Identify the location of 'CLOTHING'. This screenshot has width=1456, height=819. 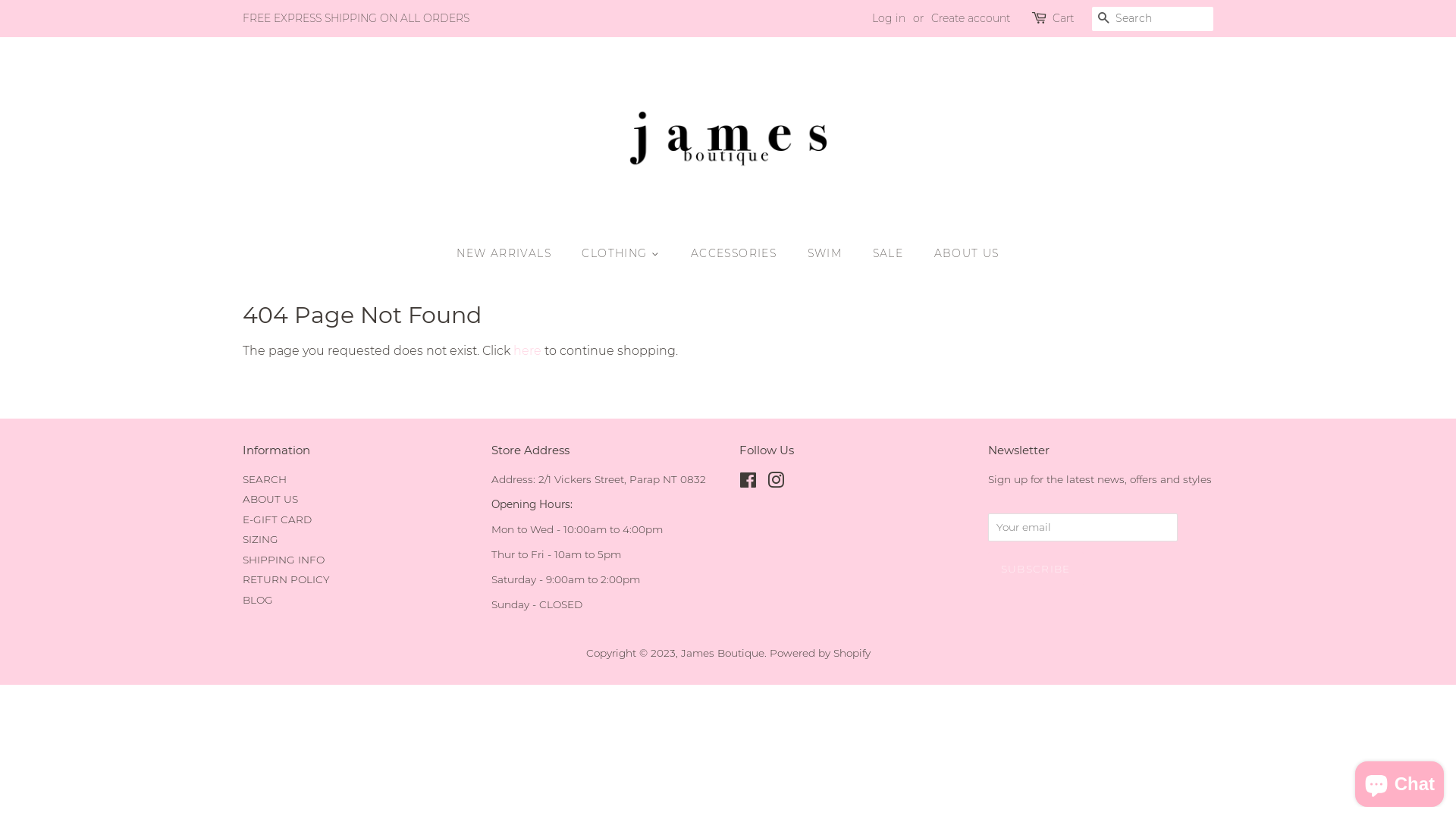
(622, 253).